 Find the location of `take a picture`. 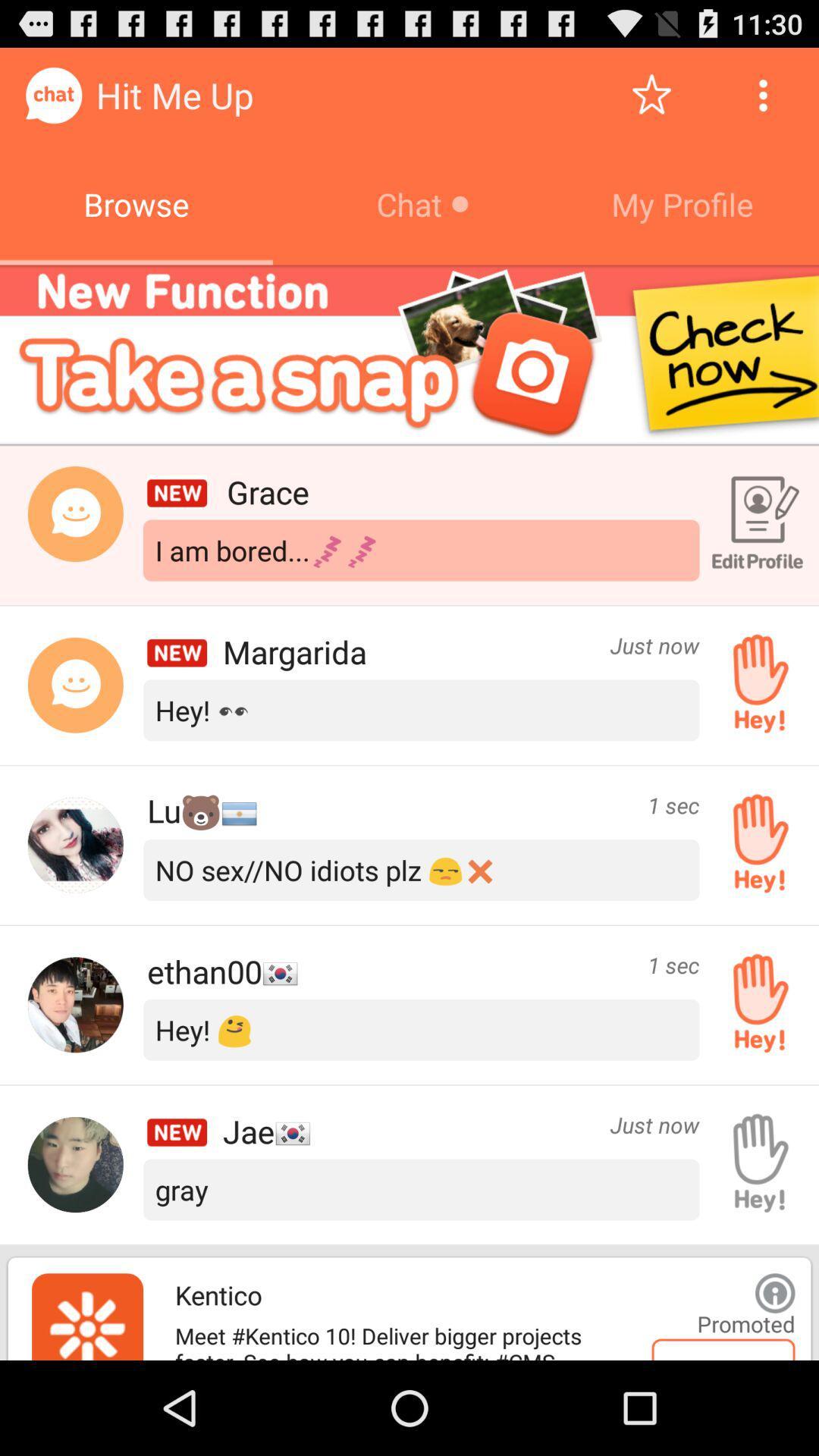

take a picture is located at coordinates (409, 354).